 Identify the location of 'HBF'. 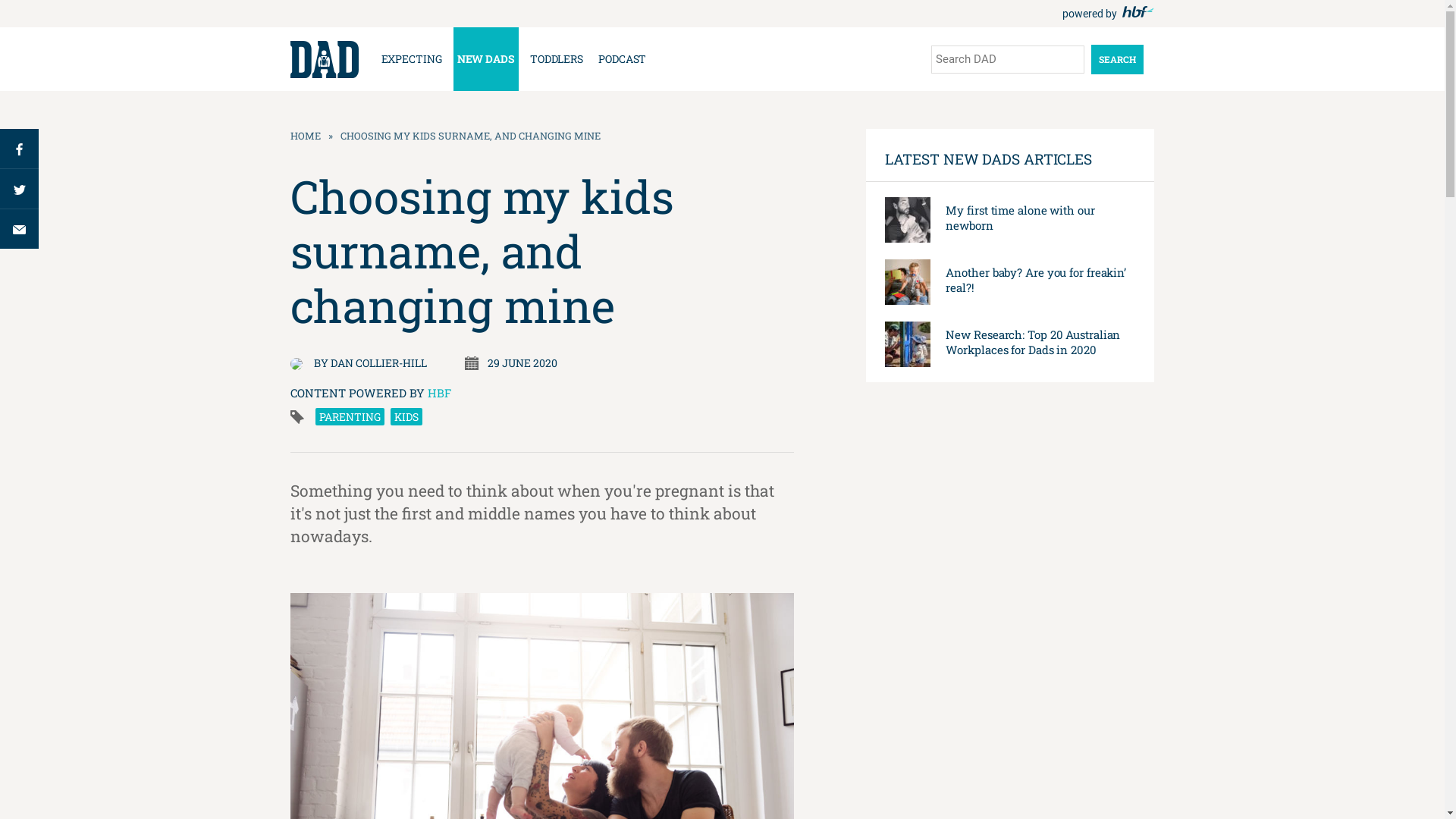
(438, 391).